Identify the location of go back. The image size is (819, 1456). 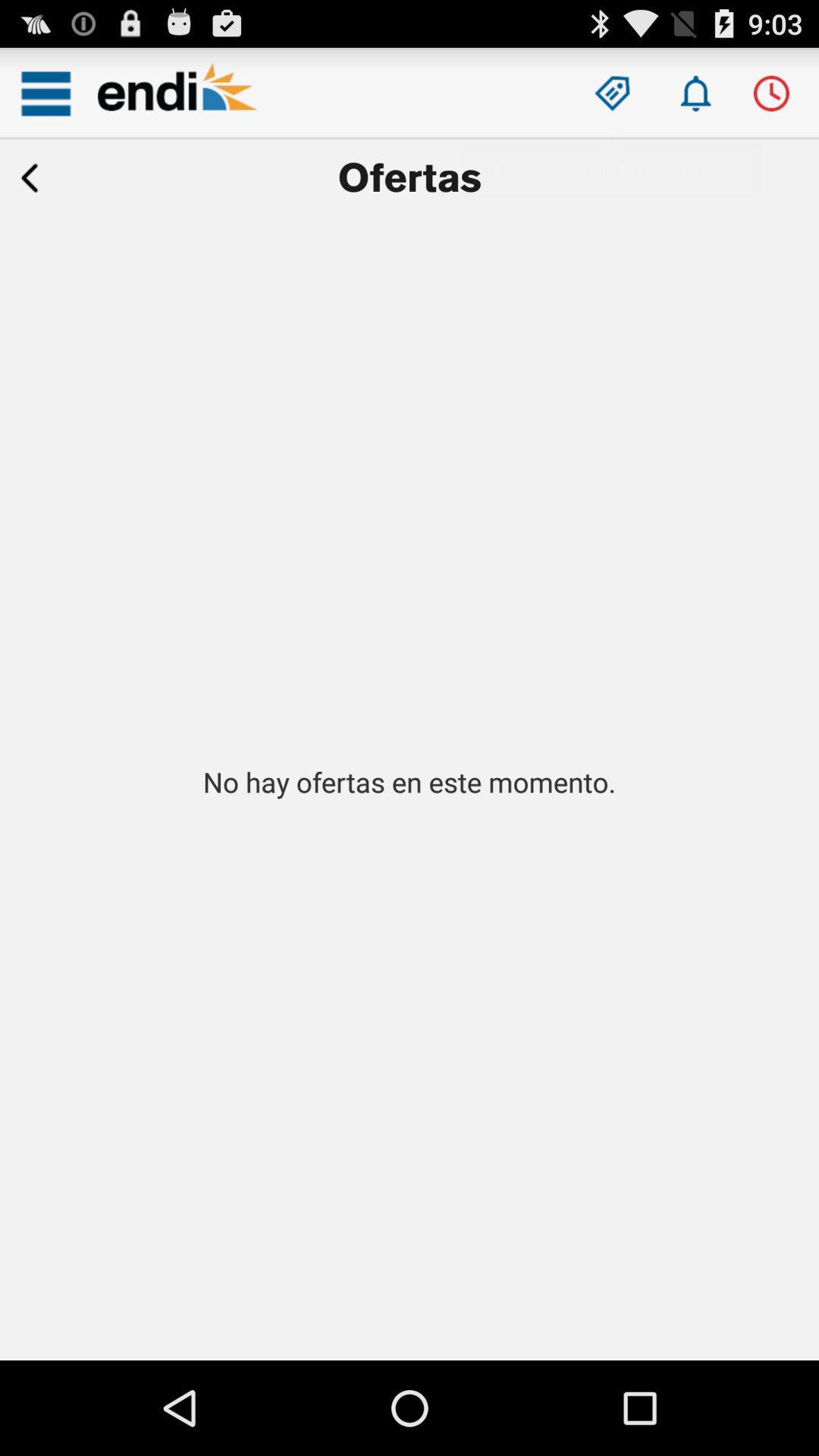
(30, 178).